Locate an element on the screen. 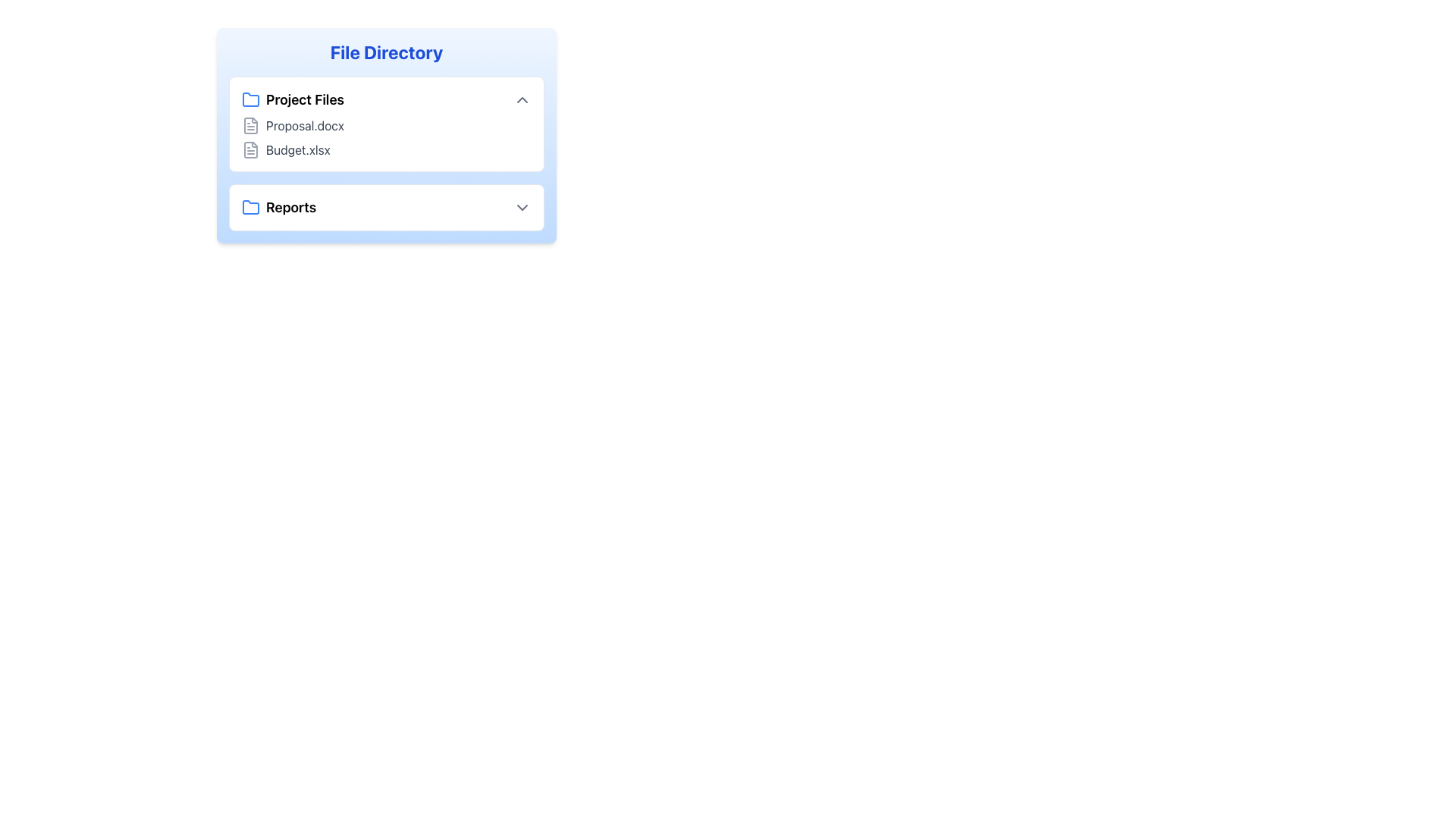  the plain text element displaying 'Budget.xlsx' in the 'Project Files' section is located at coordinates (298, 149).